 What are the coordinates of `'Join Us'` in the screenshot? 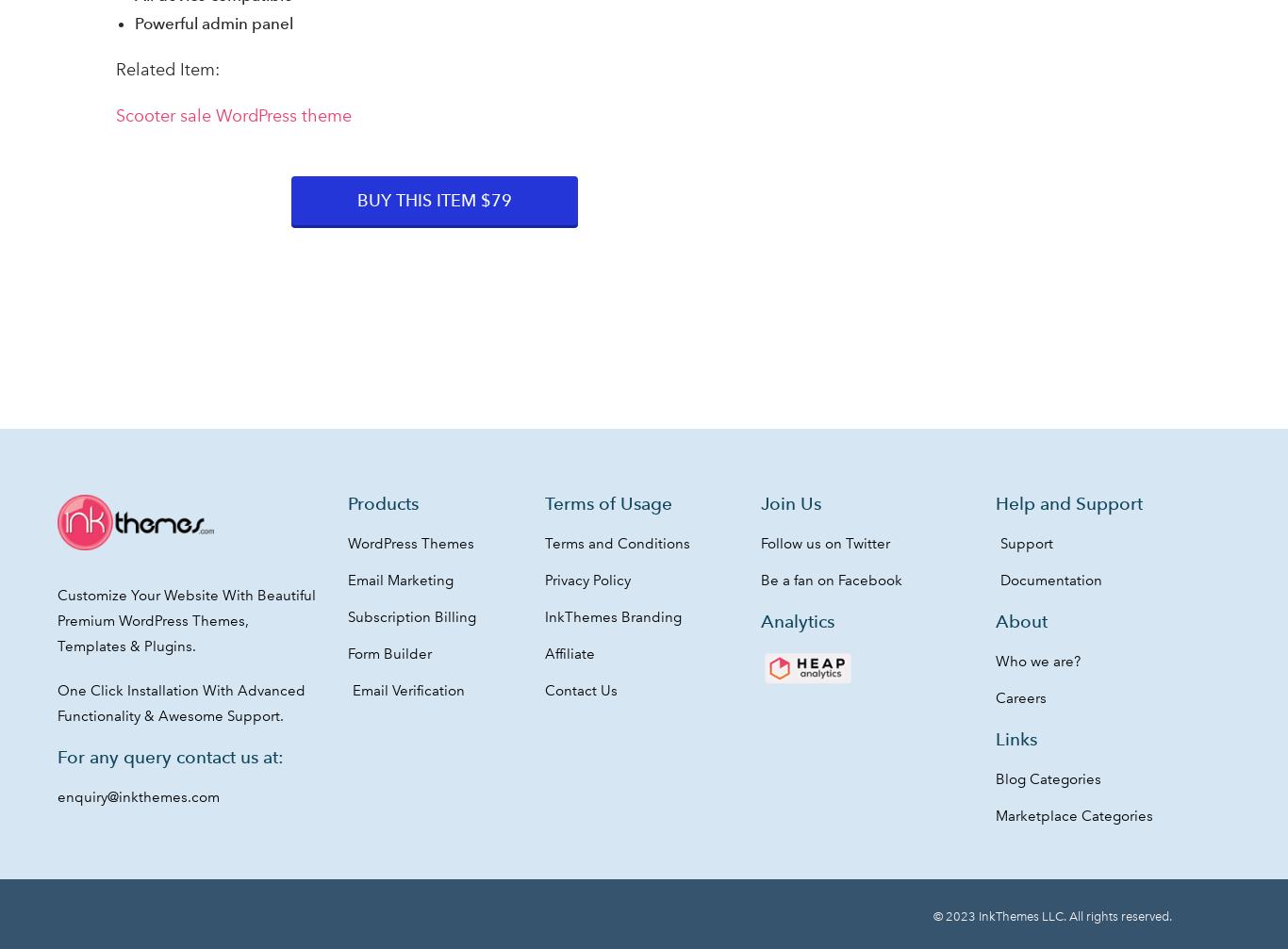 It's located at (789, 502).